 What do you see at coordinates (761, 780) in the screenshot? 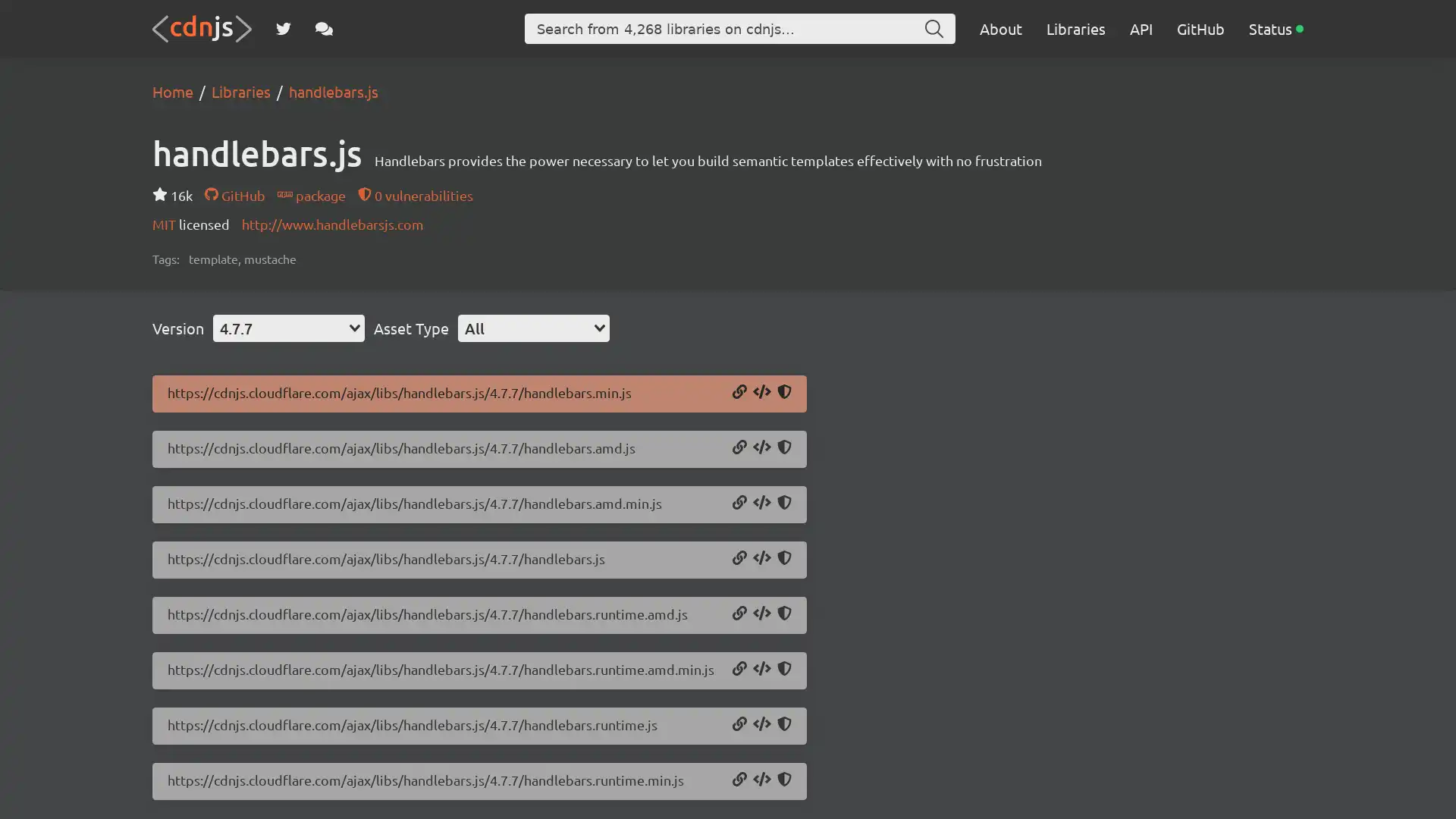
I see `Copy Script Tag` at bounding box center [761, 780].